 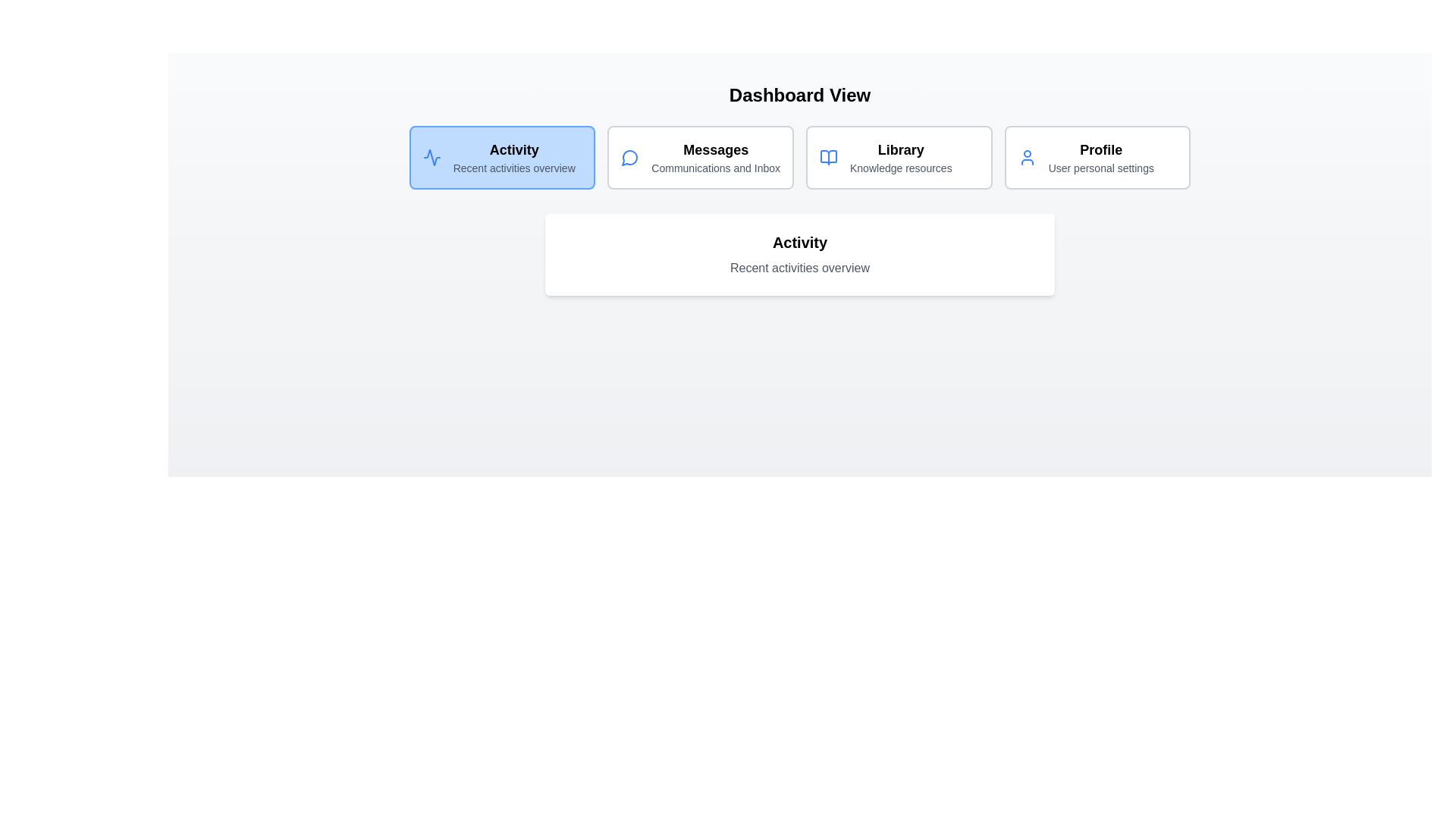 I want to click on the tab corresponding to Activity, so click(x=502, y=158).